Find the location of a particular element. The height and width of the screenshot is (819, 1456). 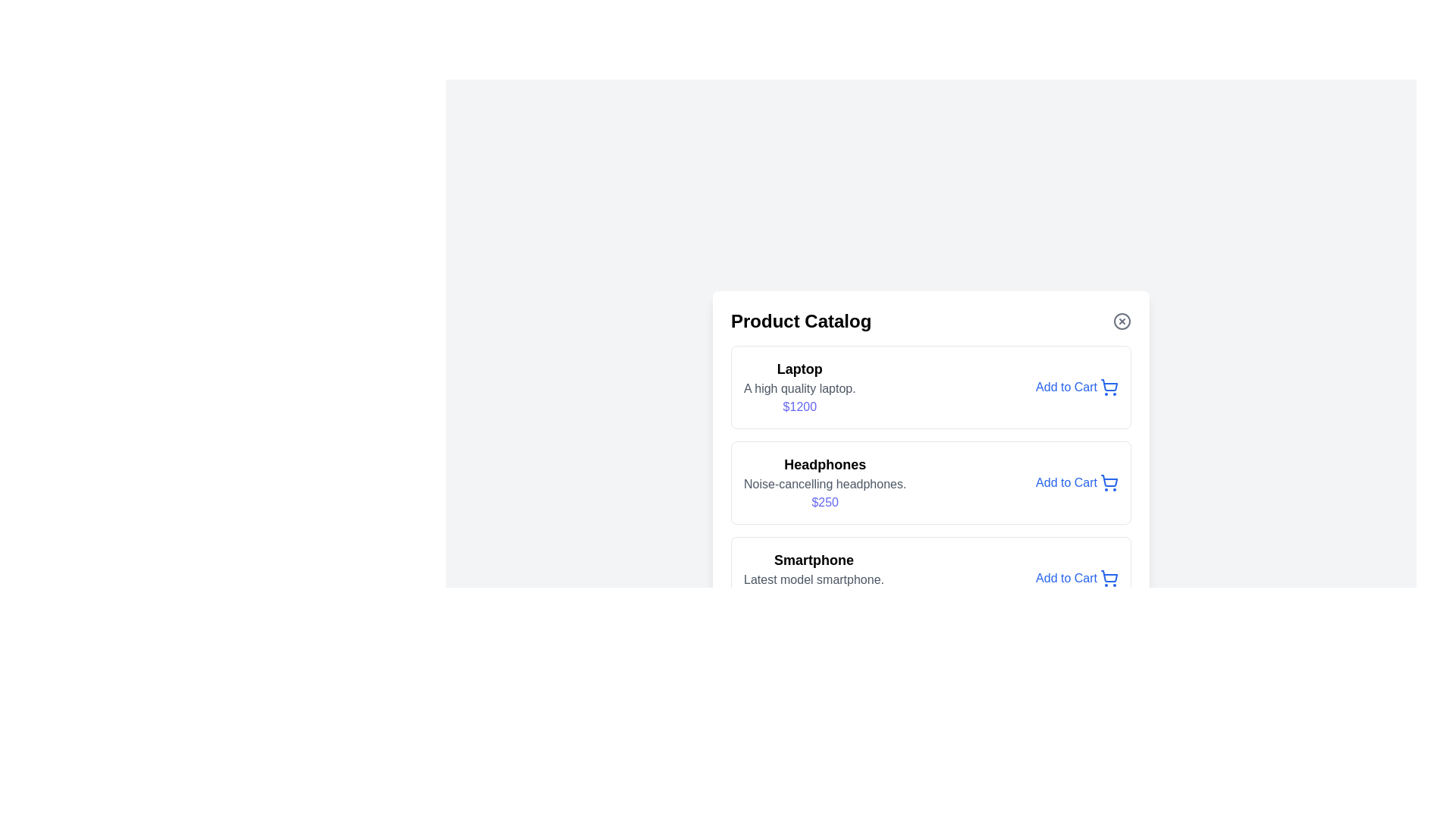

close button located at the top-right corner of the dialog is located at coordinates (1122, 321).